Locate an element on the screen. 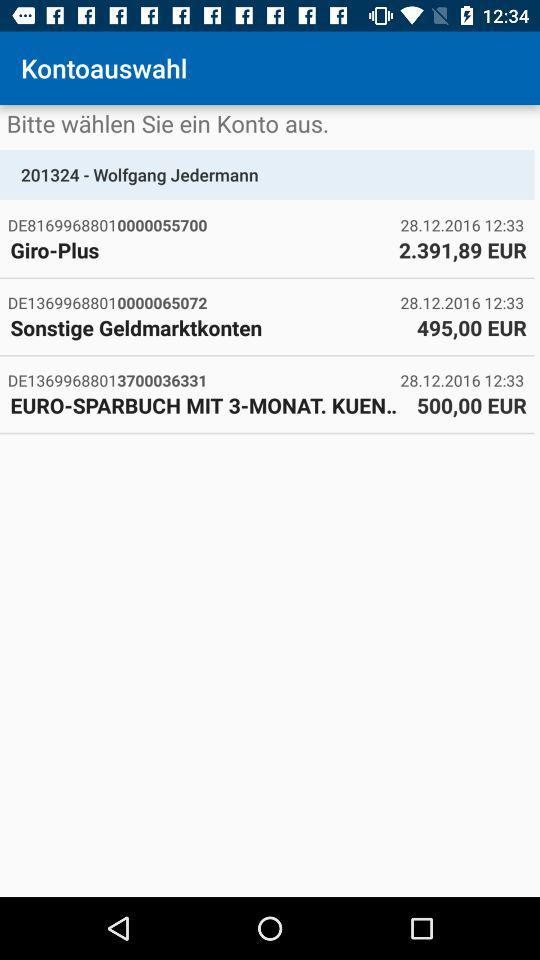  icon to the left of 500,00 eur item is located at coordinates (207, 404).